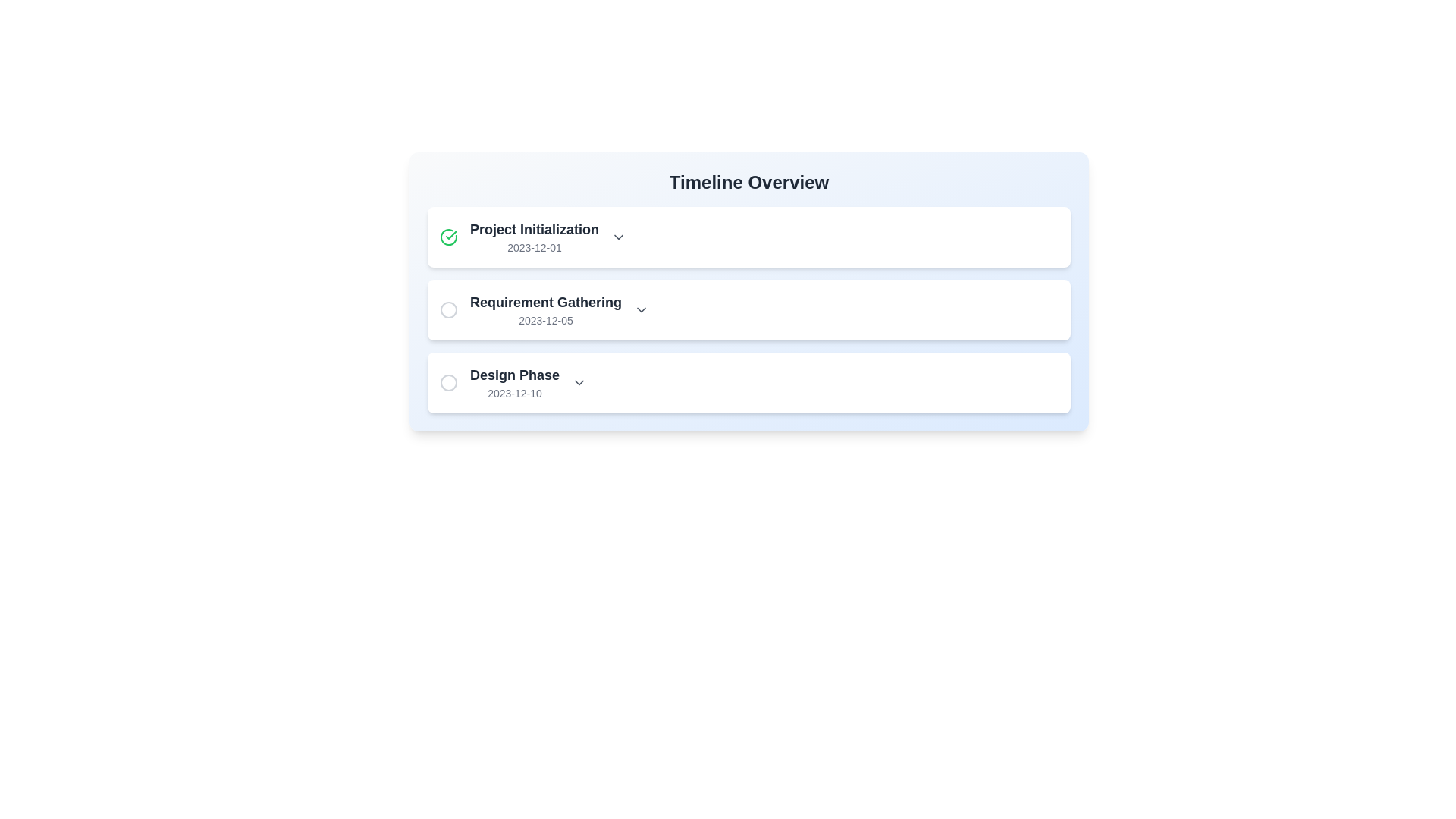  I want to click on the Timeline entry item labeled 'Design Phase', which includes a checkbox, a bold title, and a date below it, so click(749, 382).